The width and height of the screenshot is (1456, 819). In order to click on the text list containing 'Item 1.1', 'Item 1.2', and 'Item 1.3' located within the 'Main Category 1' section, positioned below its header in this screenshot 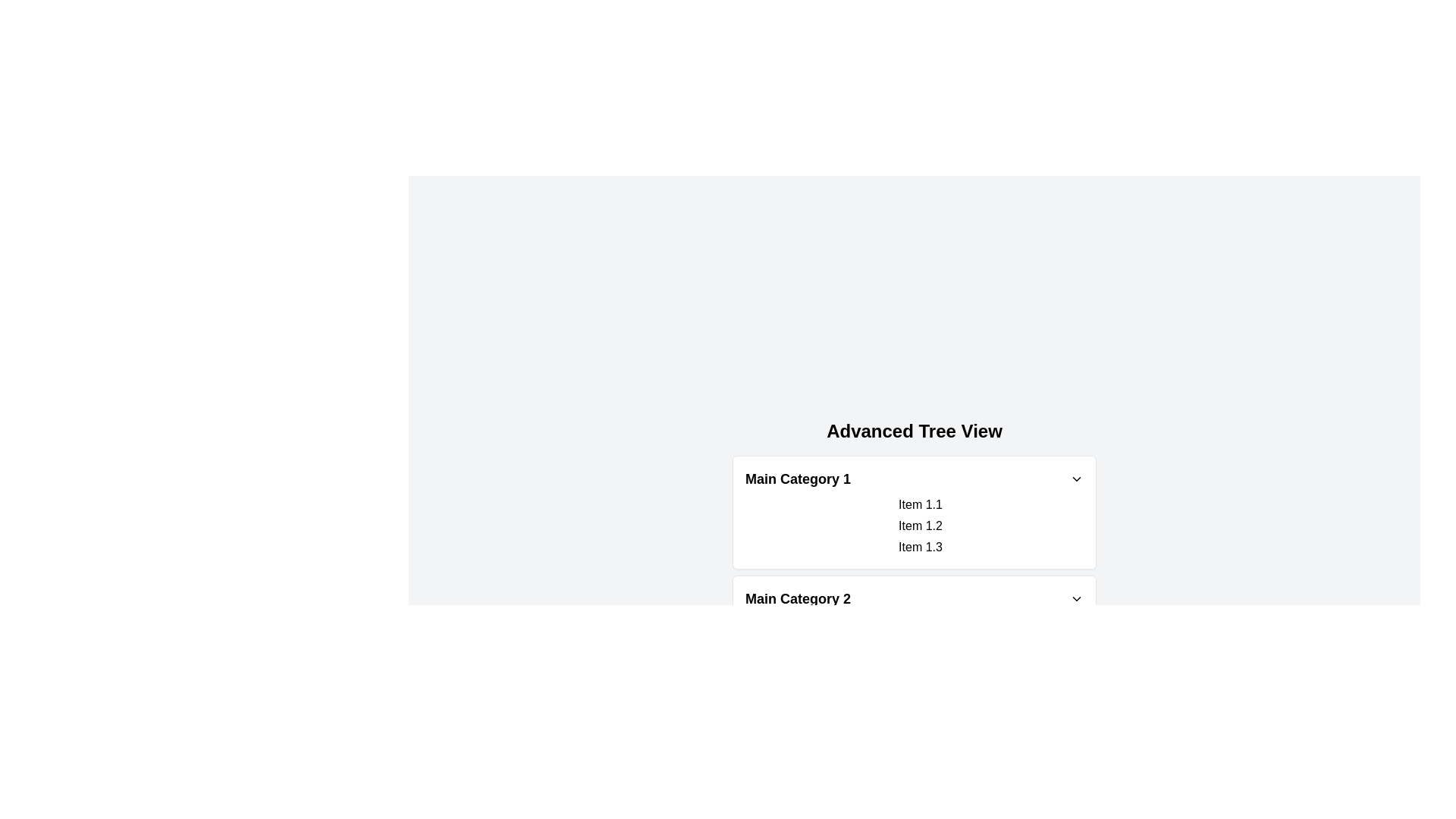, I will do `click(913, 526)`.